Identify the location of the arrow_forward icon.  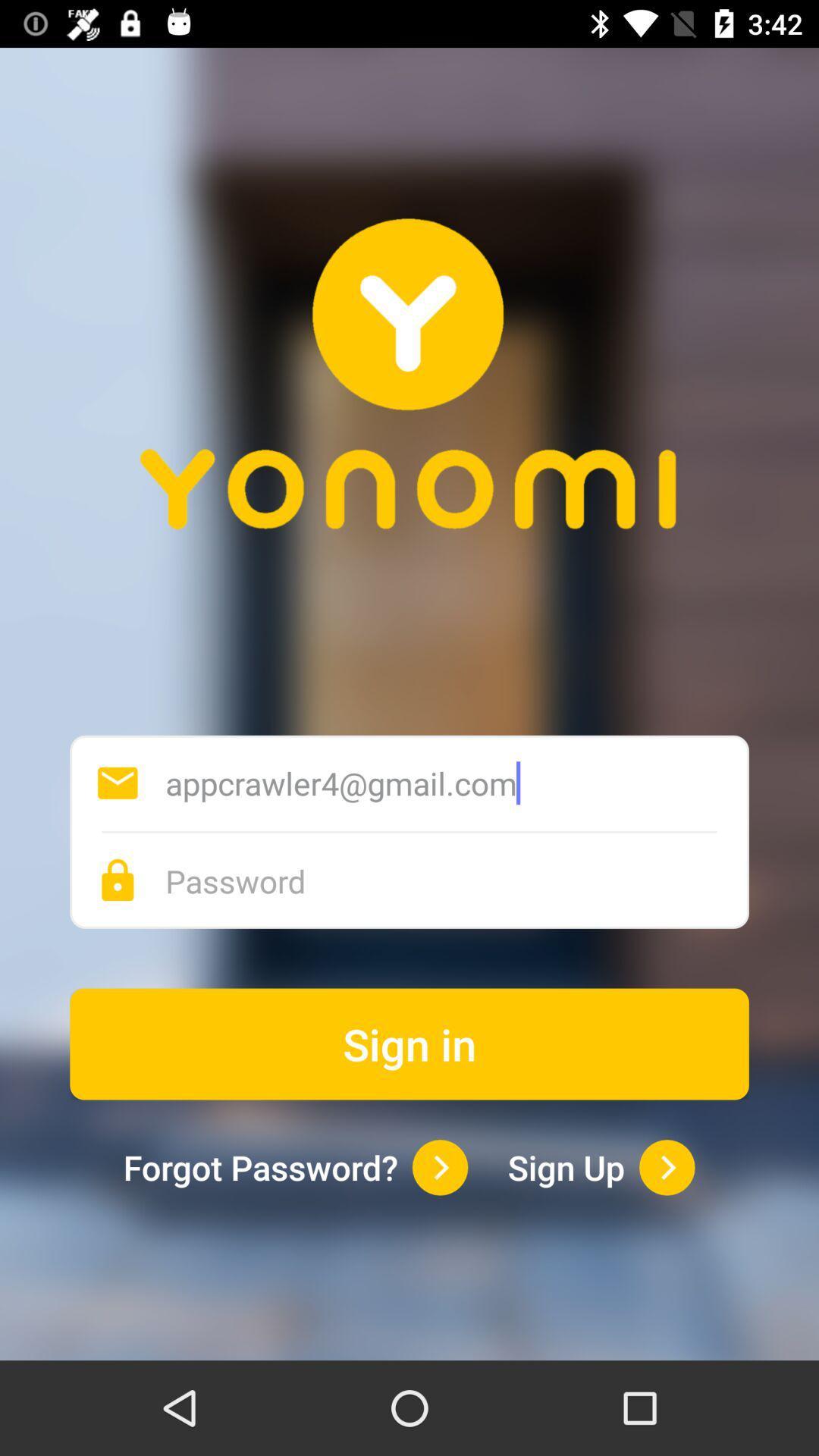
(440, 1166).